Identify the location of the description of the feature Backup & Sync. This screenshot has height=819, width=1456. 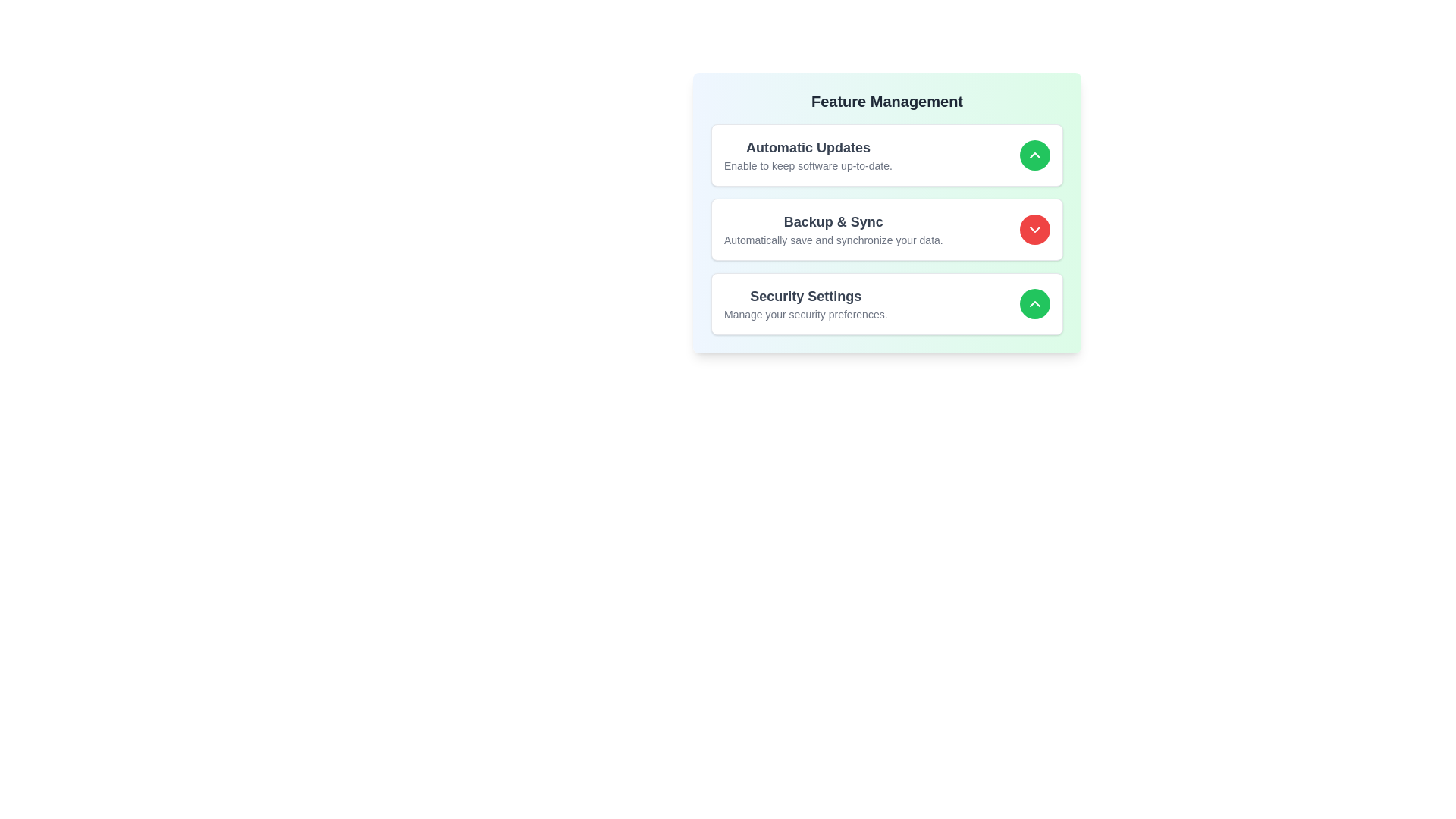
(833, 230).